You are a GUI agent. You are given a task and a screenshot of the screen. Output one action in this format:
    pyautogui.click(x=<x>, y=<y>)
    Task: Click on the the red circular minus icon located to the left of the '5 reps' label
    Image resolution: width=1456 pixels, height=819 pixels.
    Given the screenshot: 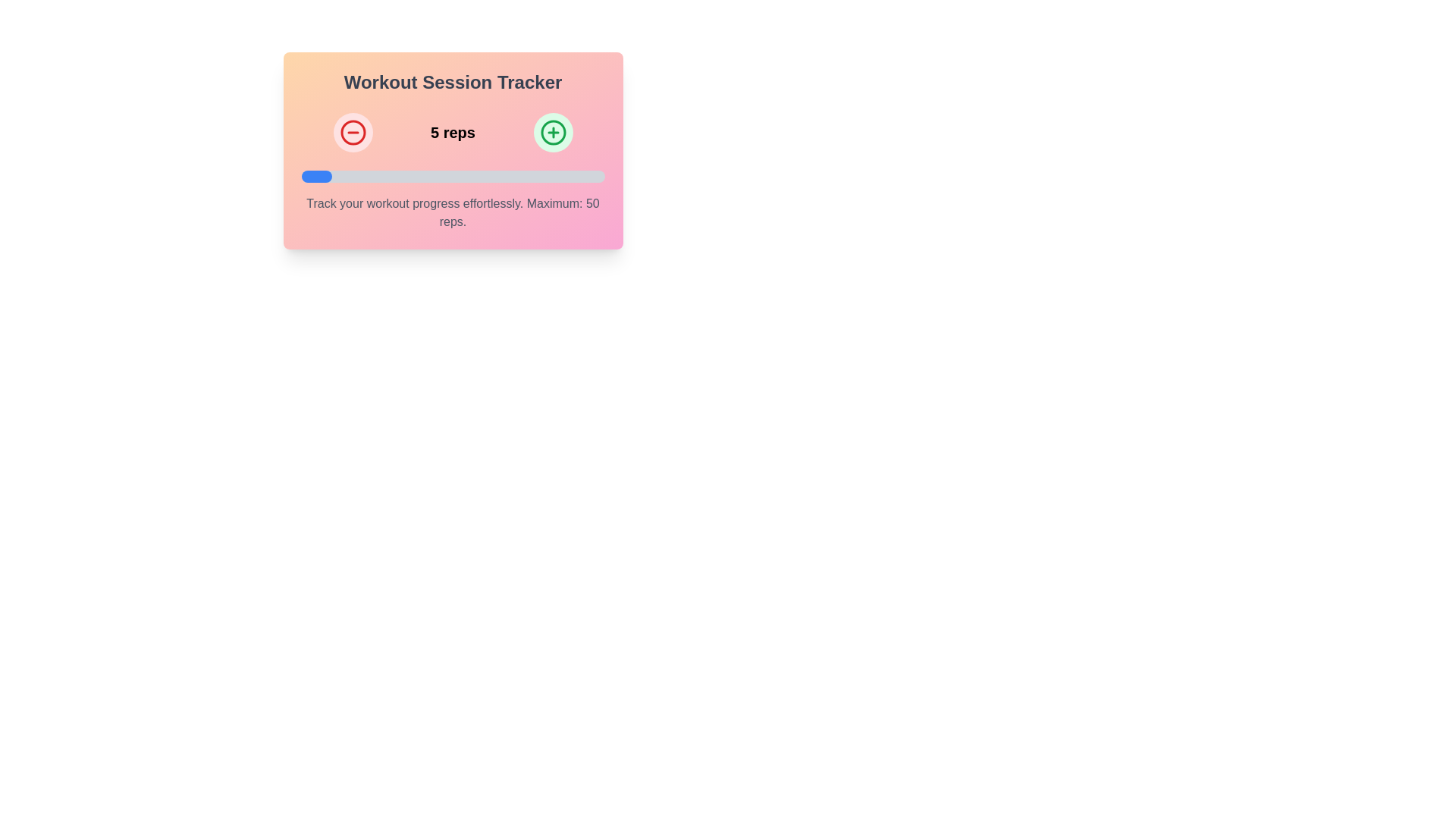 What is the action you would take?
    pyautogui.click(x=352, y=131)
    